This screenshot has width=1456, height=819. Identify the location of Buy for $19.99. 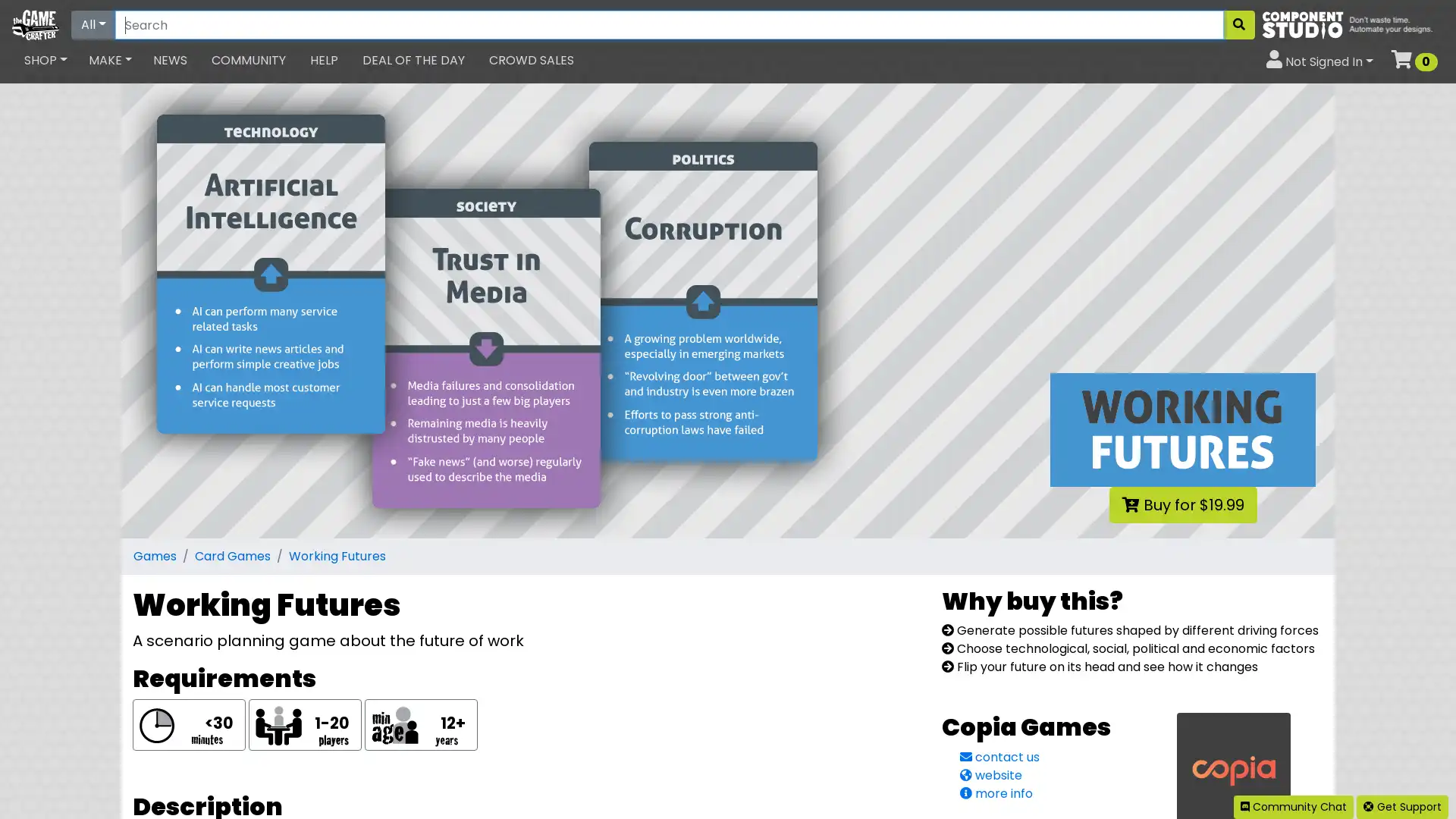
(1181, 505).